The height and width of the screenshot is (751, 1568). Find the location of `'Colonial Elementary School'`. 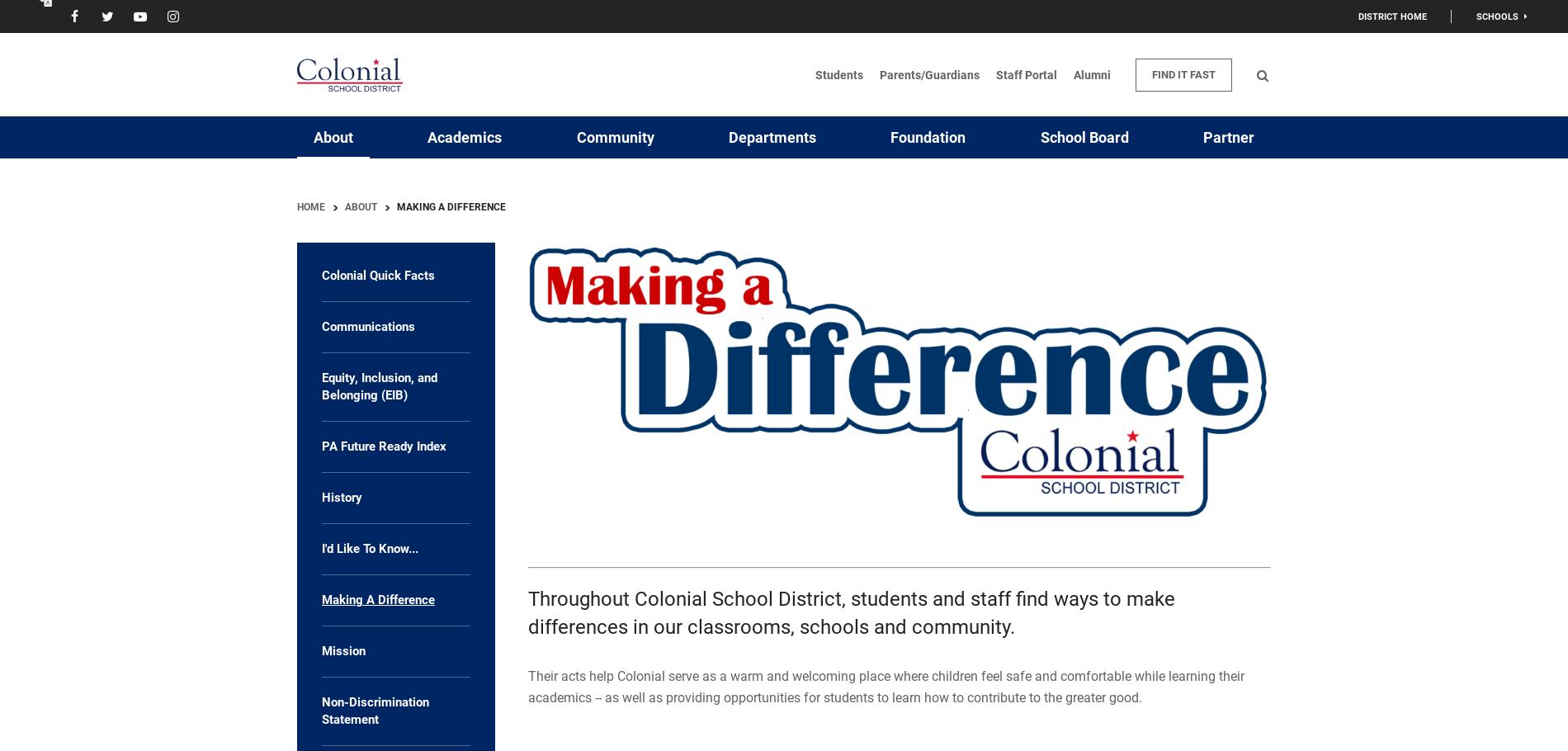

'Colonial Elementary School' is located at coordinates (1360, 202).